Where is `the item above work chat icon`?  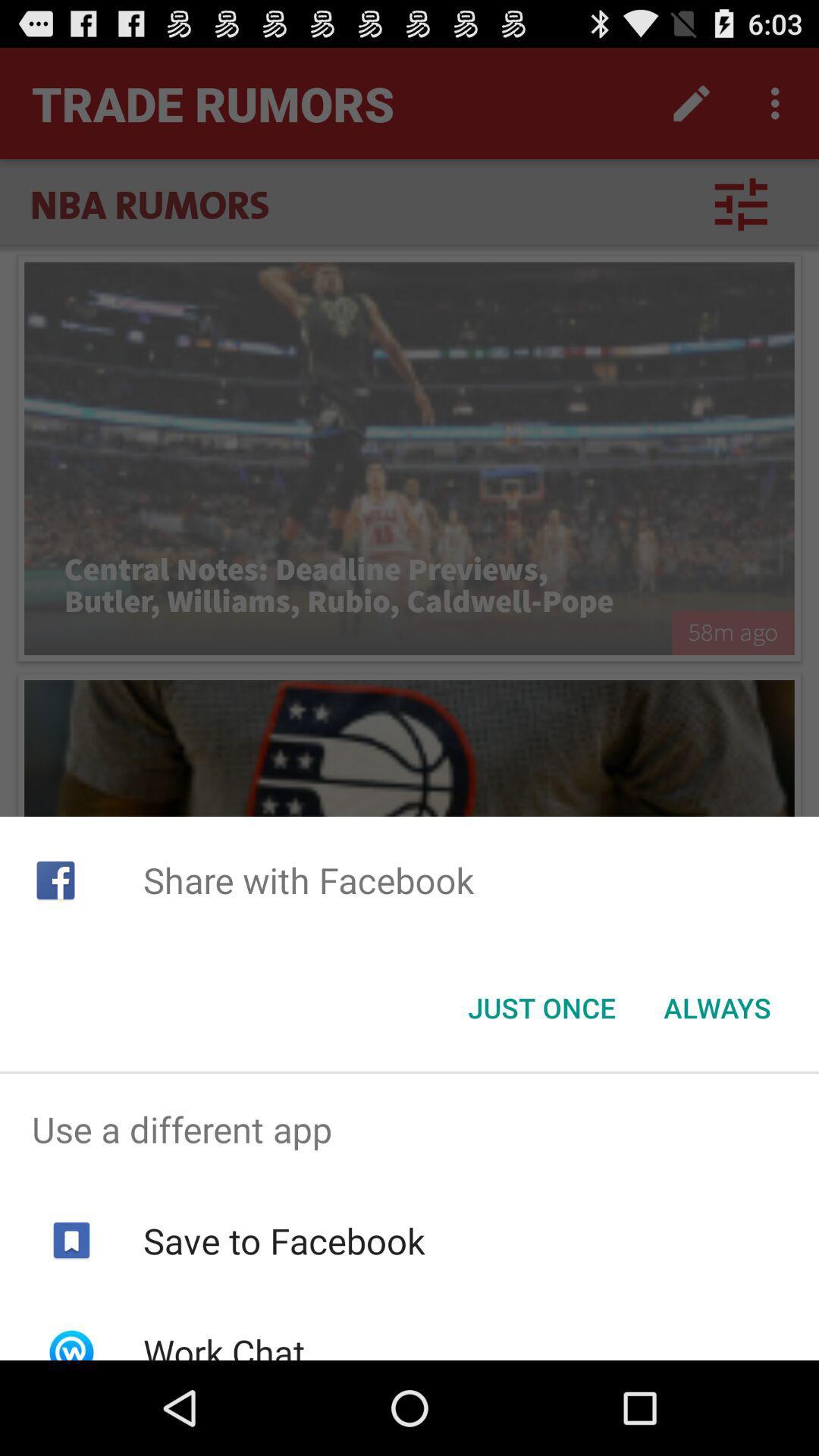 the item above work chat icon is located at coordinates (284, 1241).